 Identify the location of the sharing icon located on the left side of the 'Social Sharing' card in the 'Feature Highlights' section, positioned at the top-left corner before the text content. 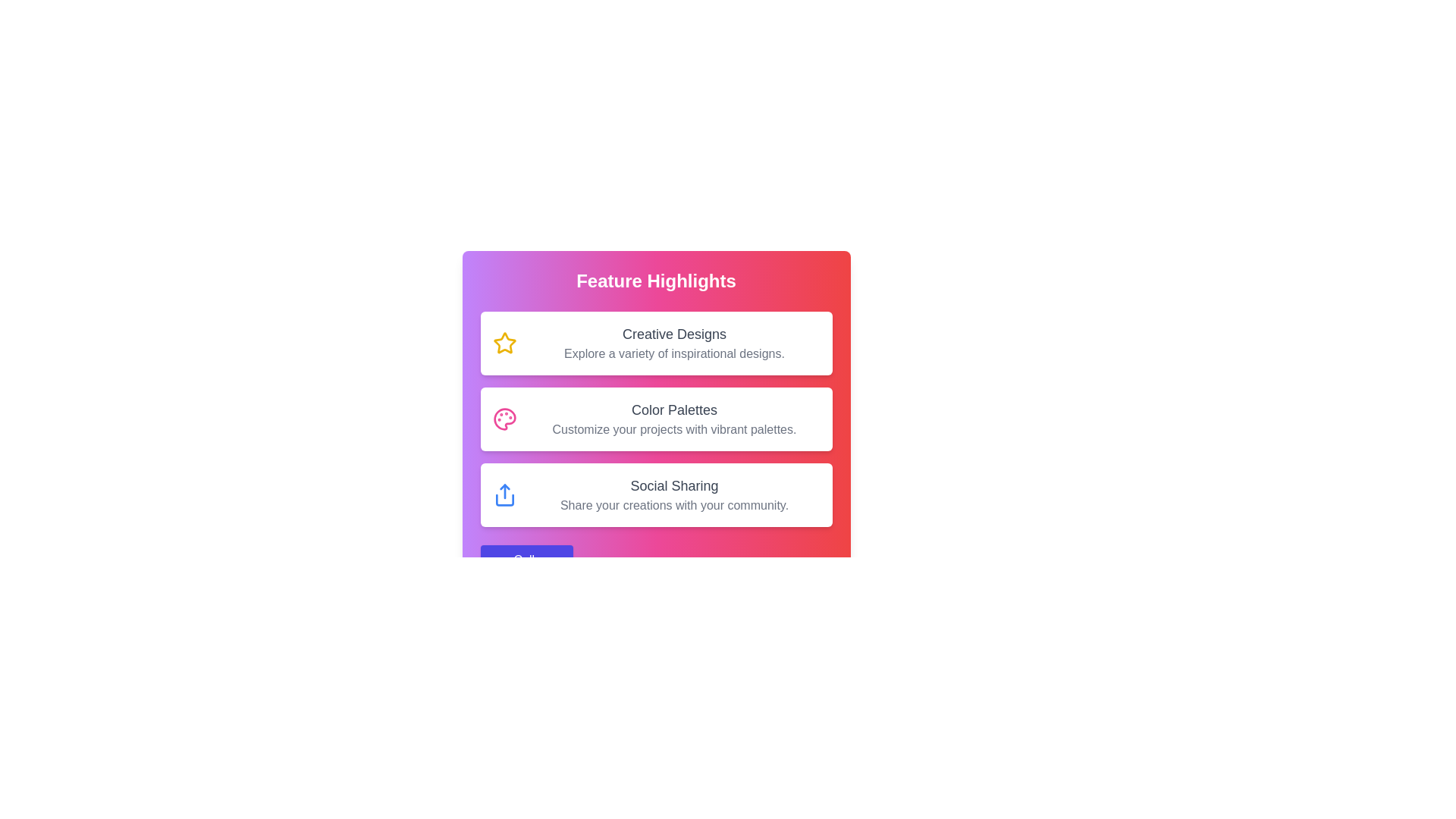
(504, 494).